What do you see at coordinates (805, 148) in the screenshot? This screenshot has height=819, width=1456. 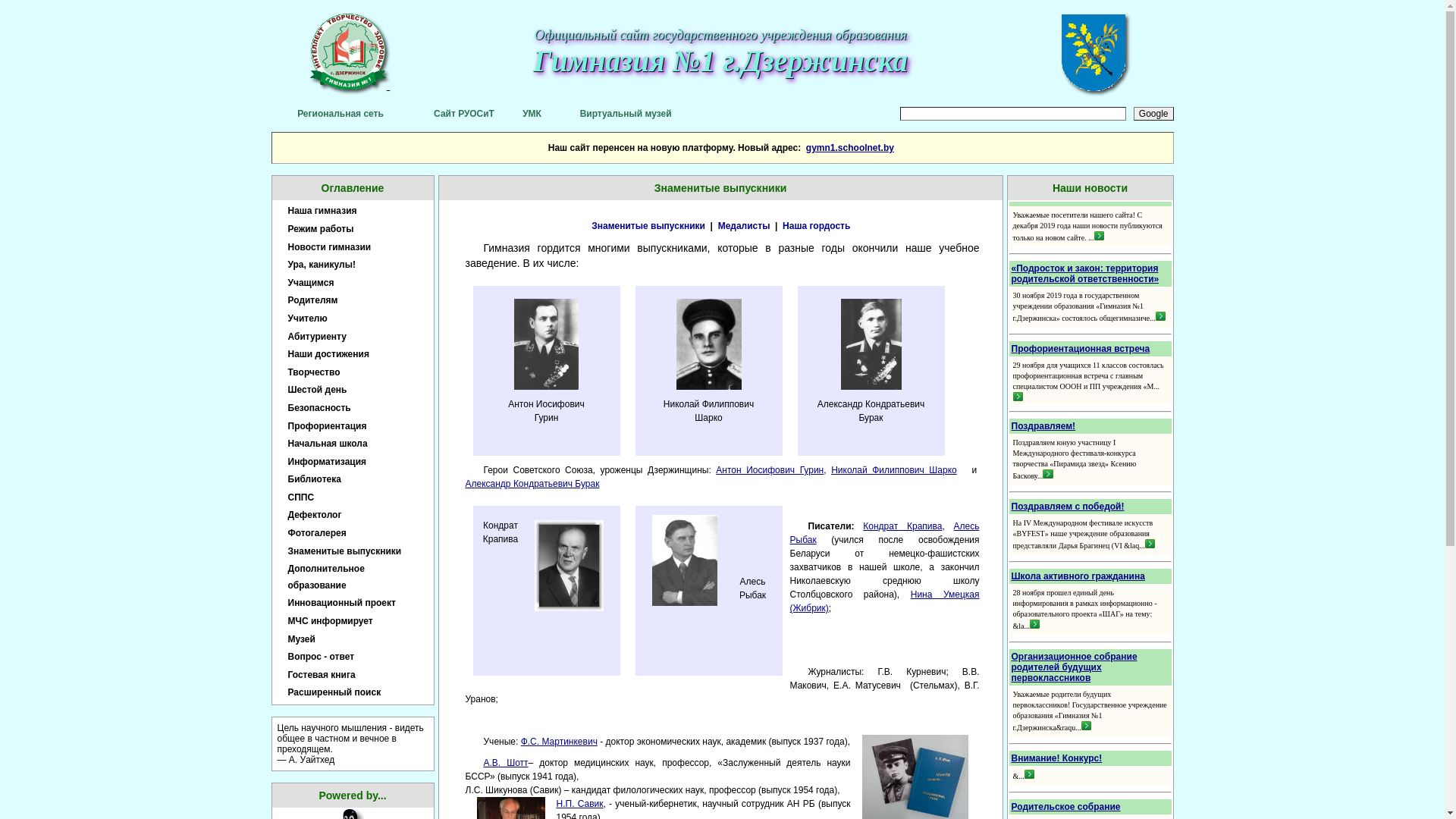 I see `'gymn1.schoolnet.by'` at bounding box center [805, 148].